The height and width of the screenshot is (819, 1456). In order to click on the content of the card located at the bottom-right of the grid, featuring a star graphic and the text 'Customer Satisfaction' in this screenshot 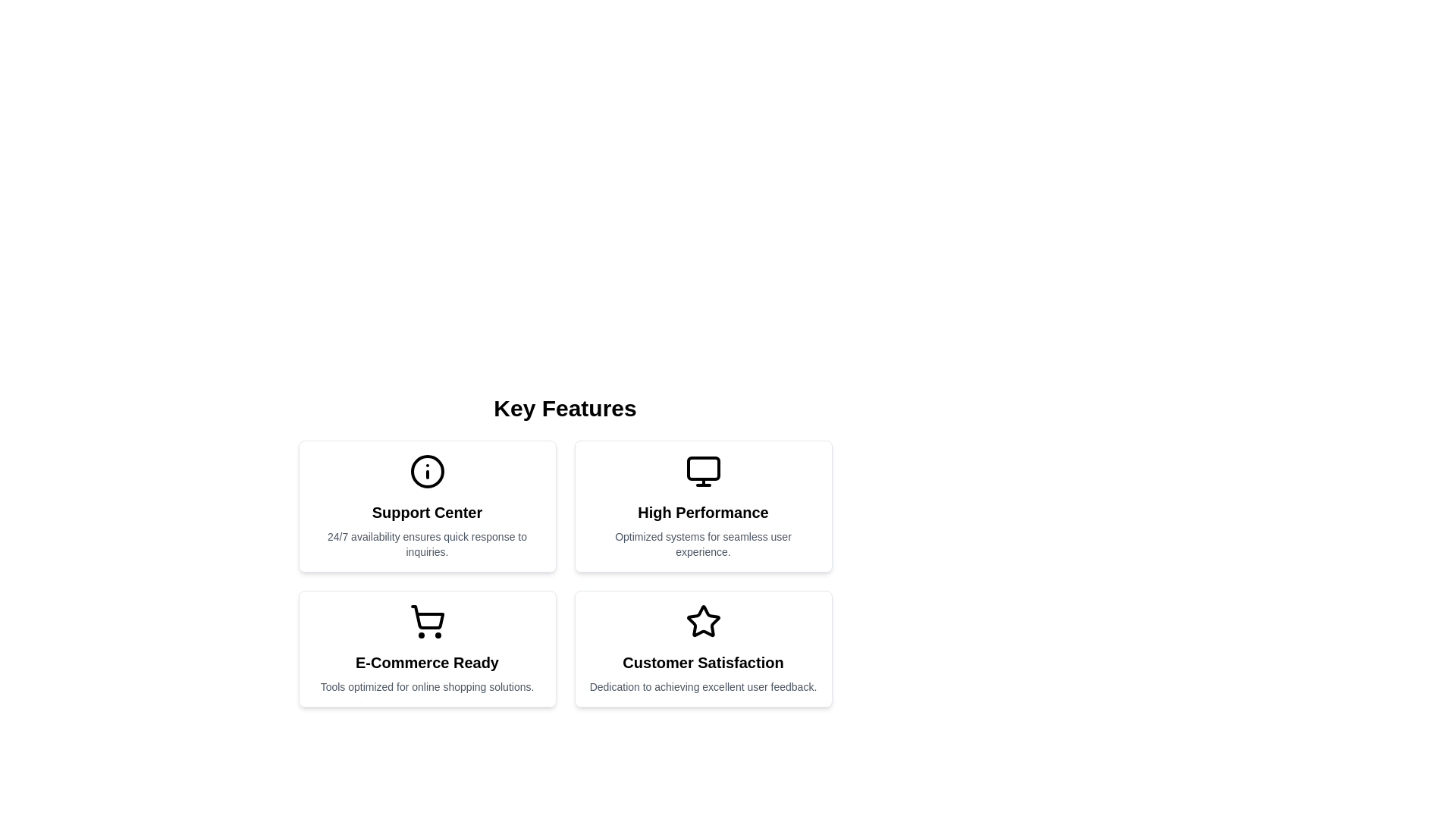, I will do `click(702, 648)`.